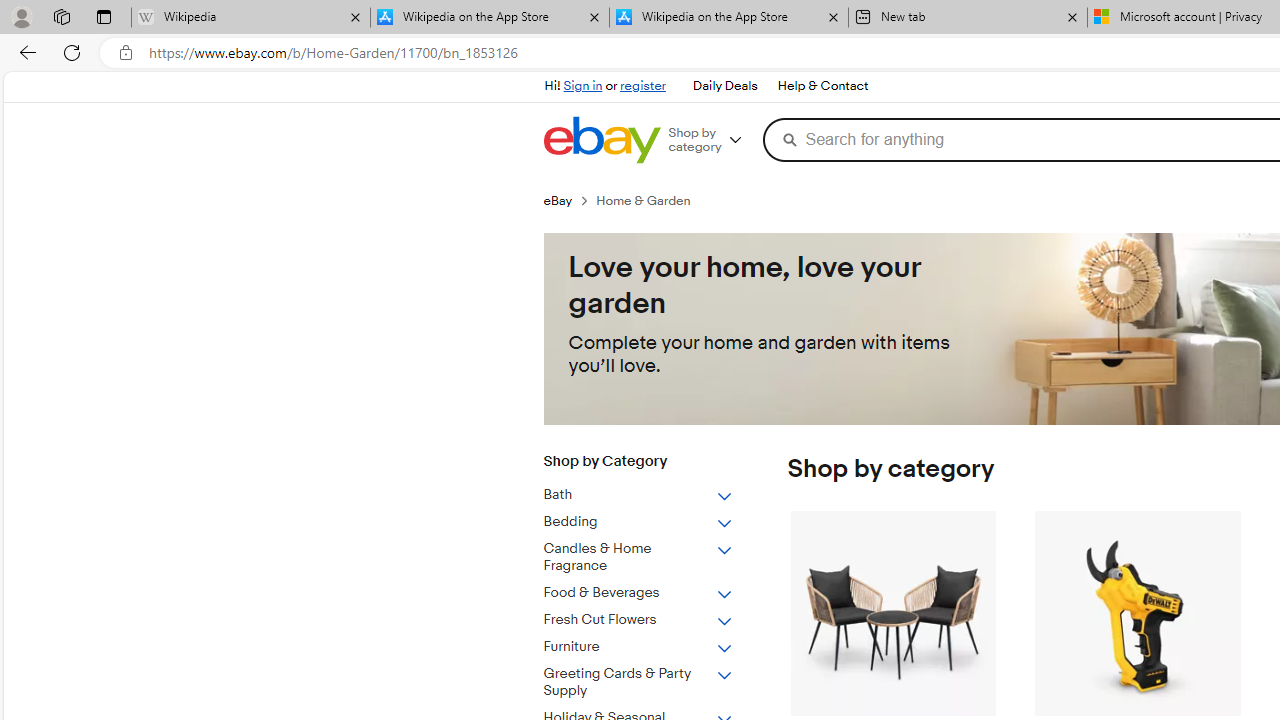 This screenshot has width=1280, height=720. What do you see at coordinates (103, 16) in the screenshot?
I see `'Tab actions menu'` at bounding box center [103, 16].